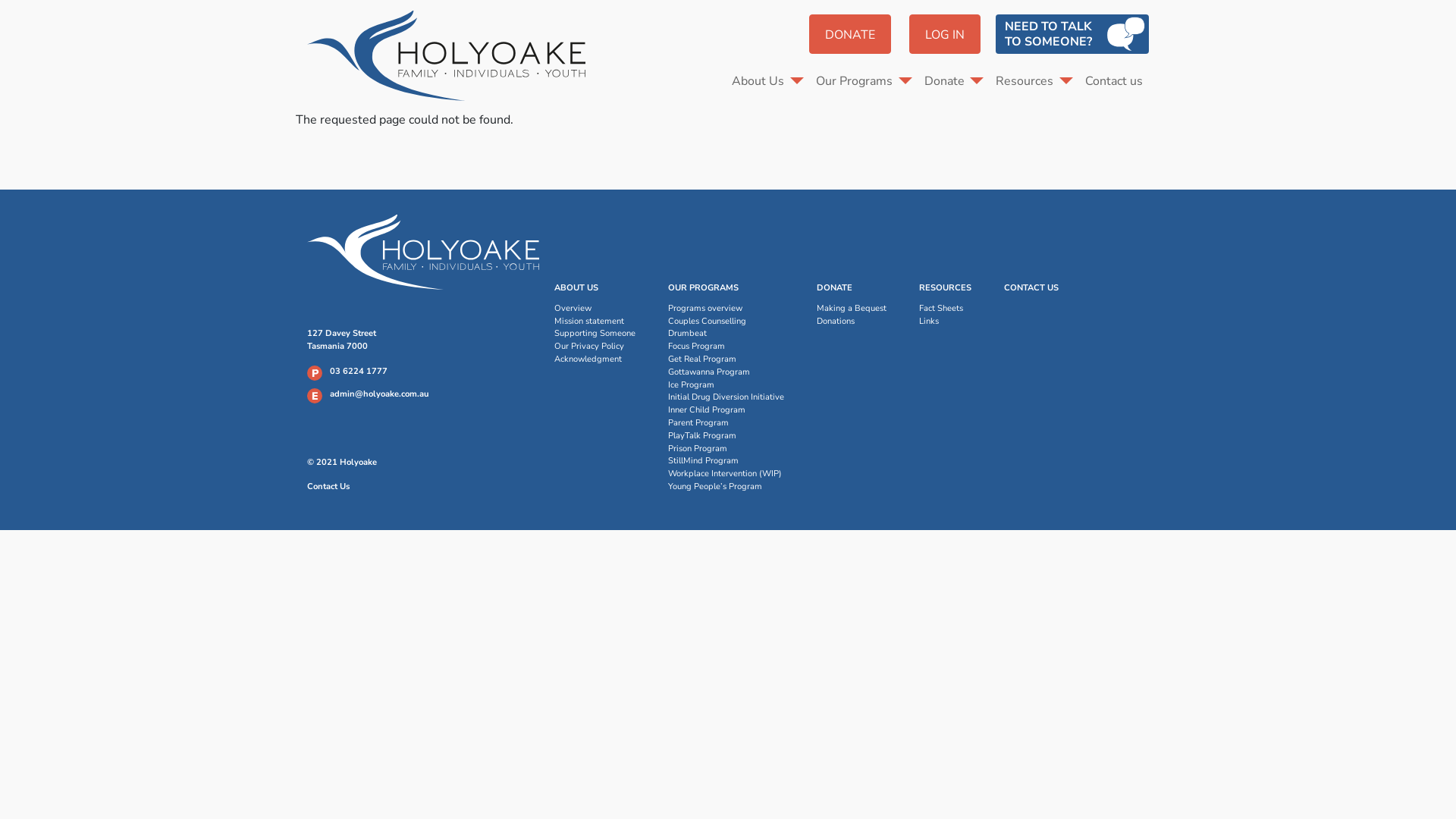 This screenshot has width=1456, height=819. What do you see at coordinates (594, 333) in the screenshot?
I see `'Supporting Someone'` at bounding box center [594, 333].